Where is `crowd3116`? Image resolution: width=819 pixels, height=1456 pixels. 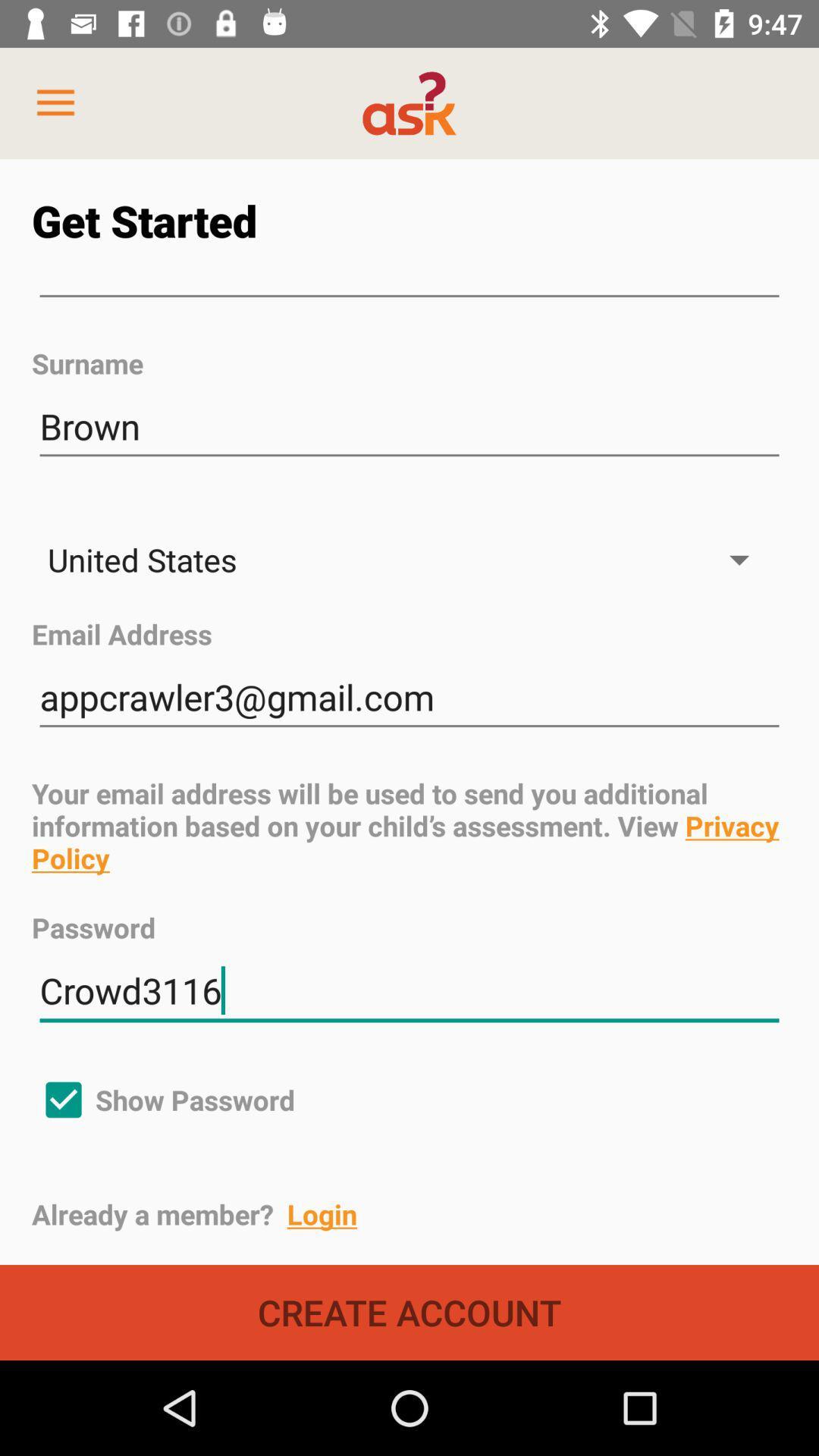
crowd3116 is located at coordinates (409, 991).